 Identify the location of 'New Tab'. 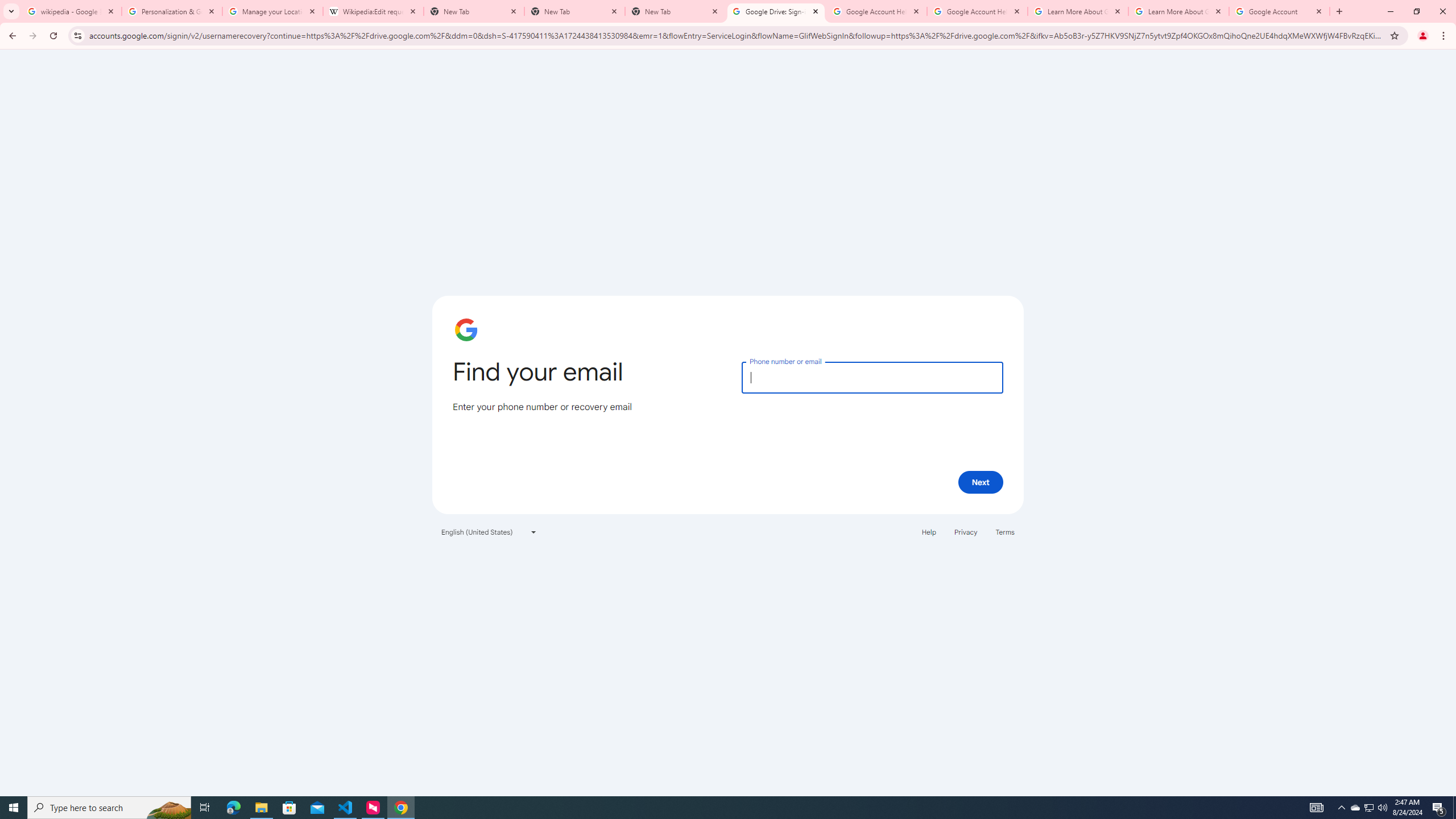
(675, 11).